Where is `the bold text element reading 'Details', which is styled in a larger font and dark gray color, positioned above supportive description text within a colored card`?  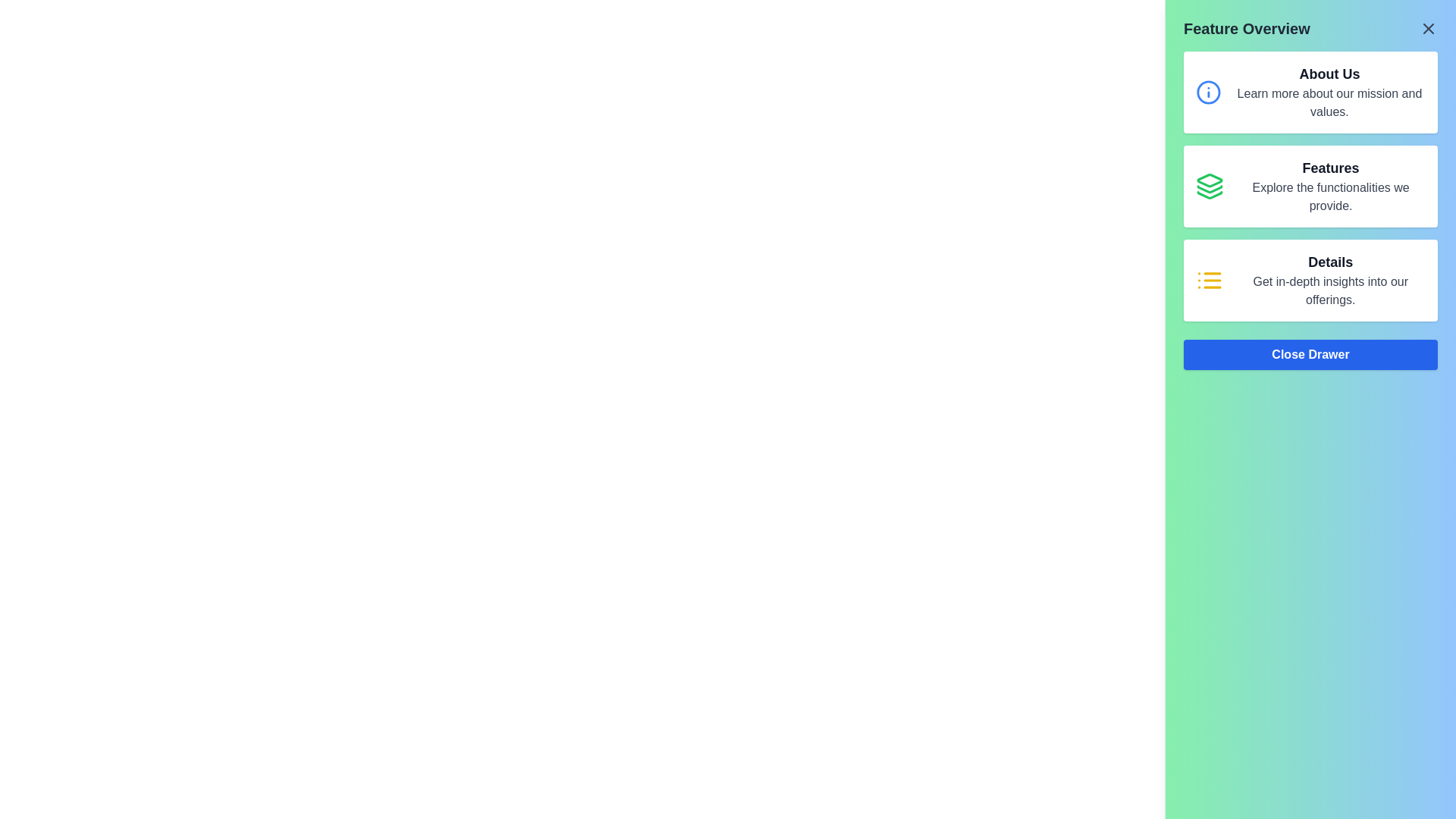 the bold text element reading 'Details', which is styled in a larger font and dark gray color, positioned above supportive description text within a colored card is located at coordinates (1329, 262).